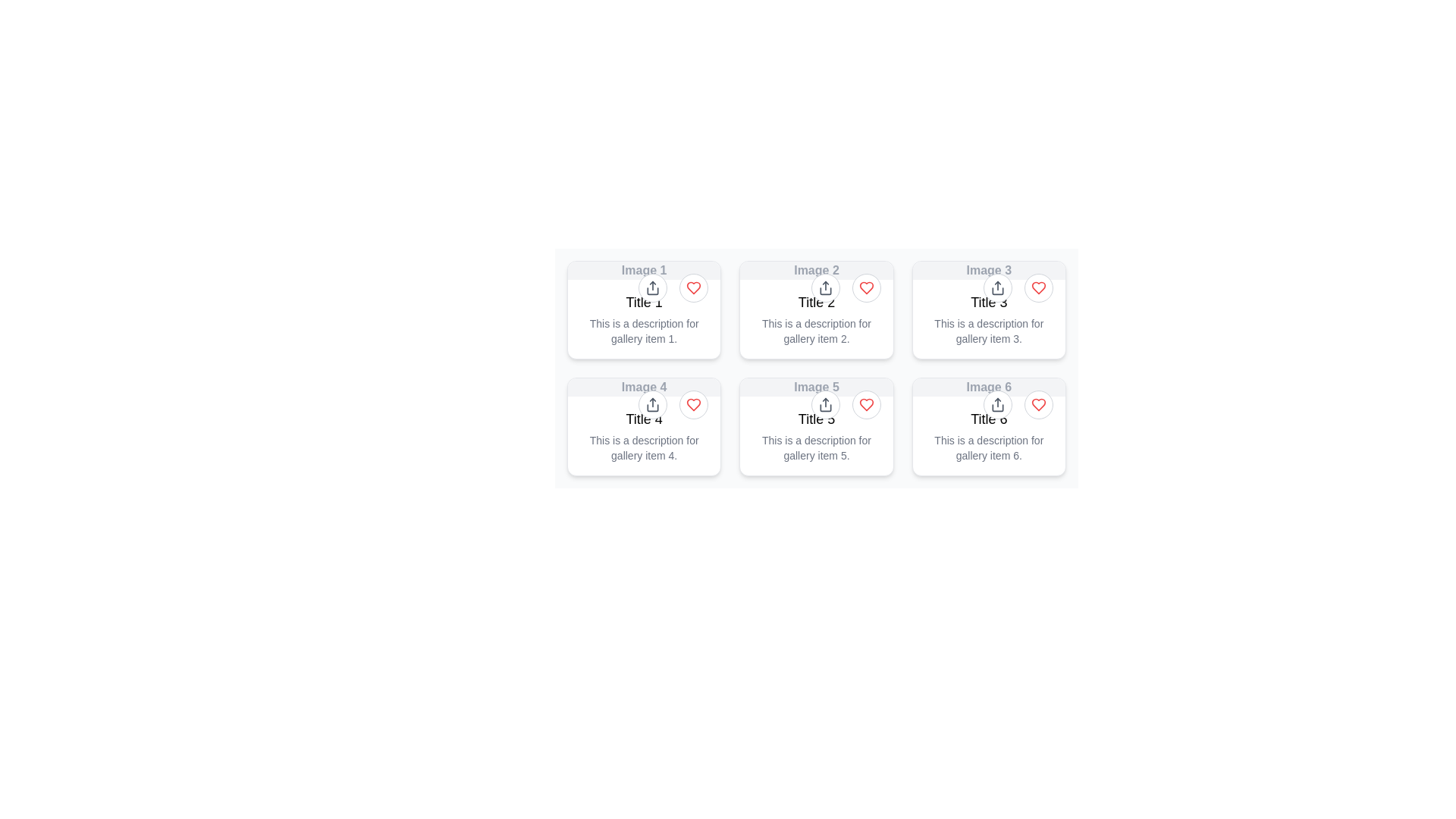  Describe the element at coordinates (644, 419) in the screenshot. I see `the Text label that serves as a title for the gallery item in the second row of a 3x2 grid layout, located above the description 'This is a description for gallery item 4.'` at that location.